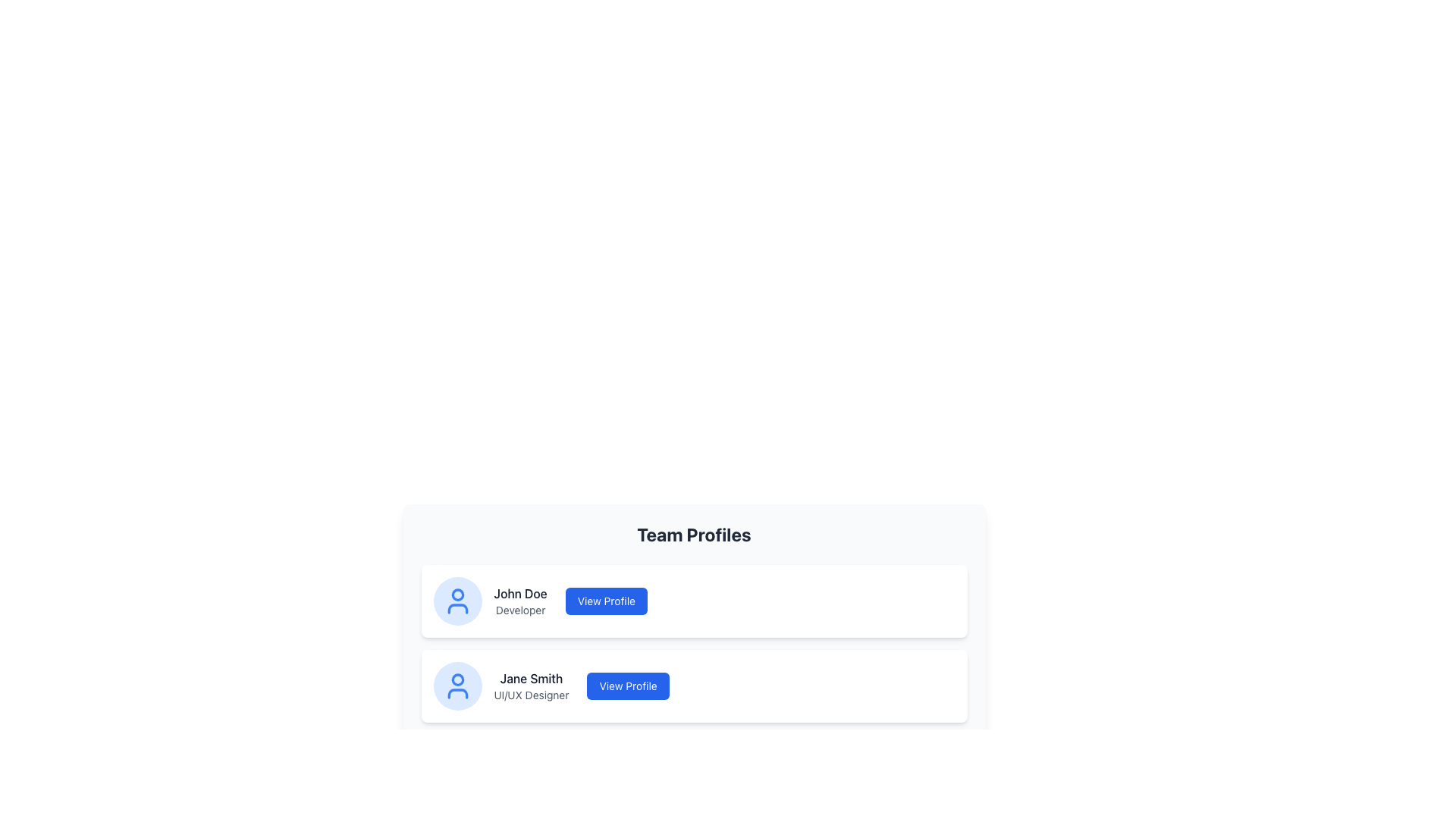 This screenshot has width=1456, height=819. Describe the element at coordinates (531, 677) in the screenshot. I see `the text label 'Jane Smith' displayed in bold dark gray font within the profile card layout` at that location.